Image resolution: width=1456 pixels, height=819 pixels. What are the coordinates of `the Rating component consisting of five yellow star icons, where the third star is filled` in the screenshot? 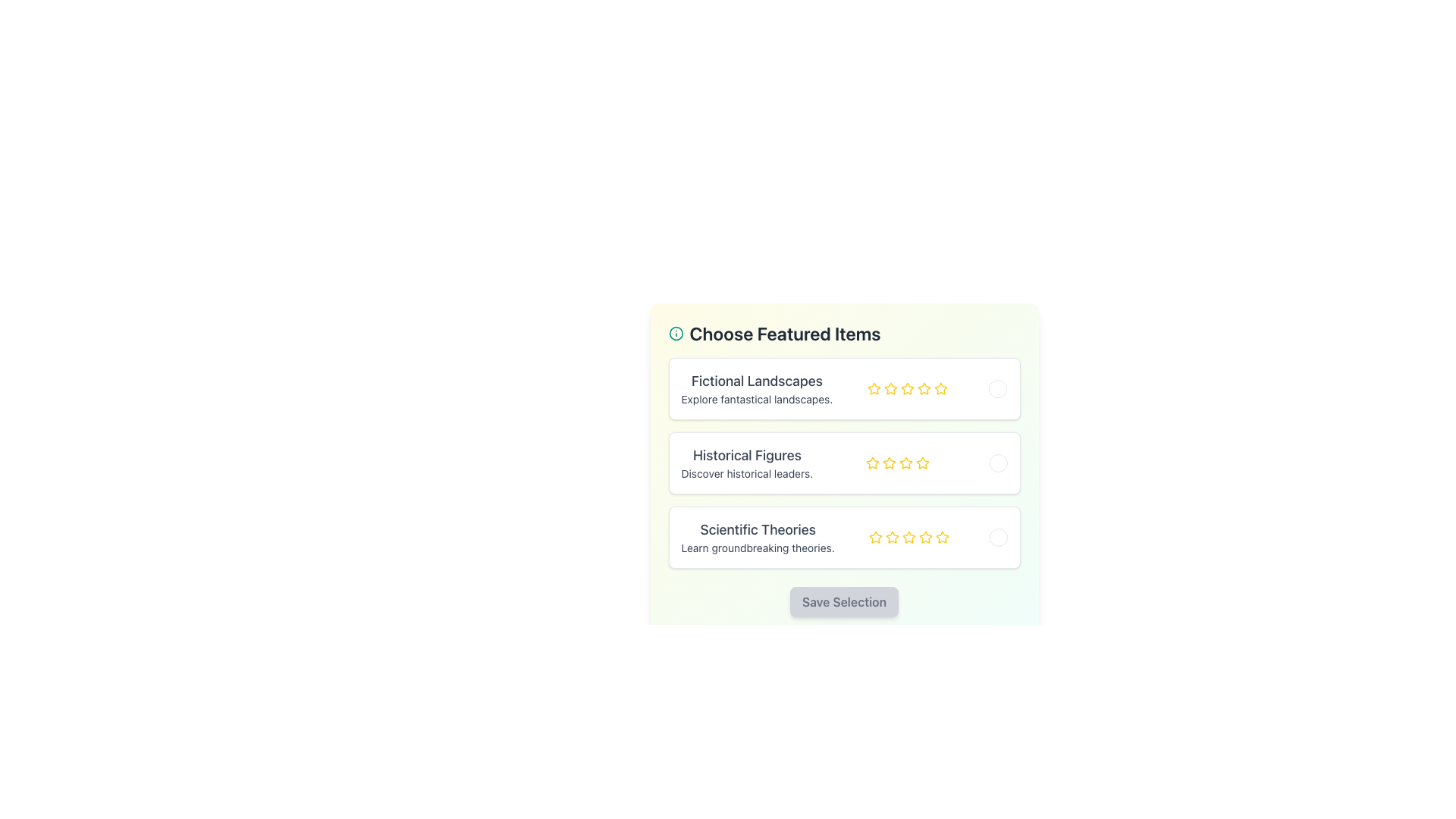 It's located at (908, 537).